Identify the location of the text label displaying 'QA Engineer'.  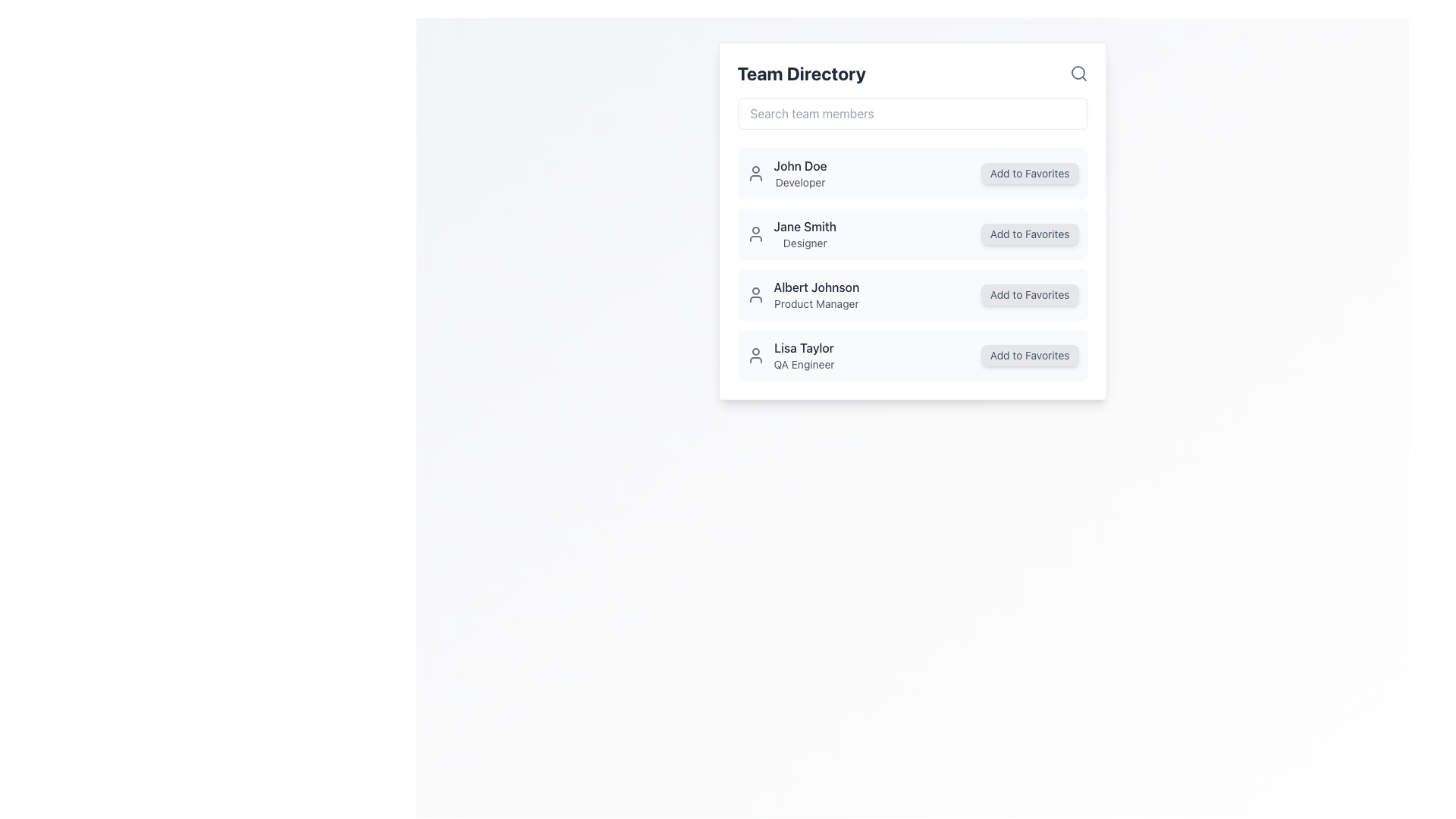
(803, 365).